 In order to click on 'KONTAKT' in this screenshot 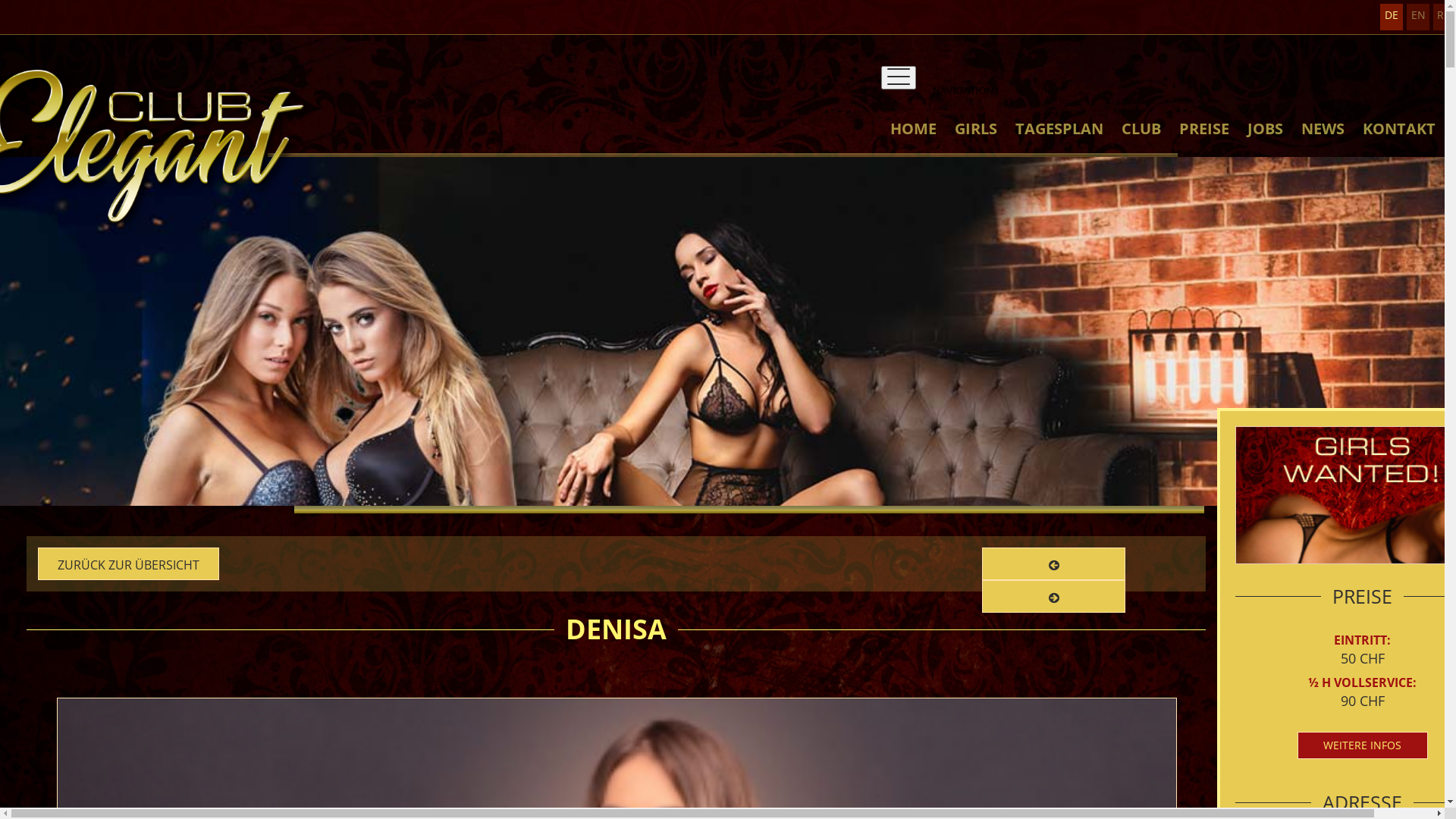, I will do `click(1398, 143)`.